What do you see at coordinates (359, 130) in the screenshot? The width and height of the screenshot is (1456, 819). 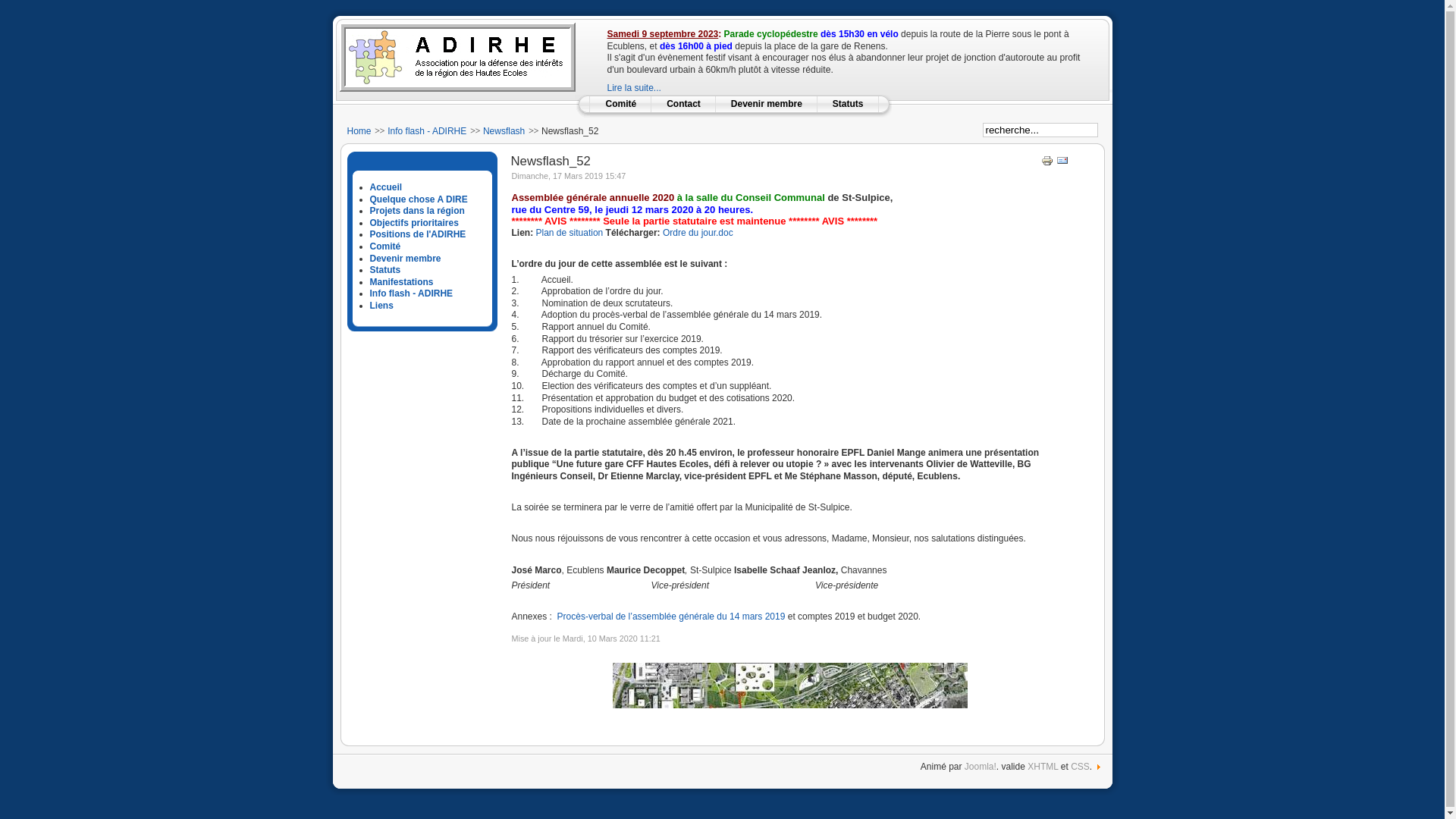 I see `'Home'` at bounding box center [359, 130].